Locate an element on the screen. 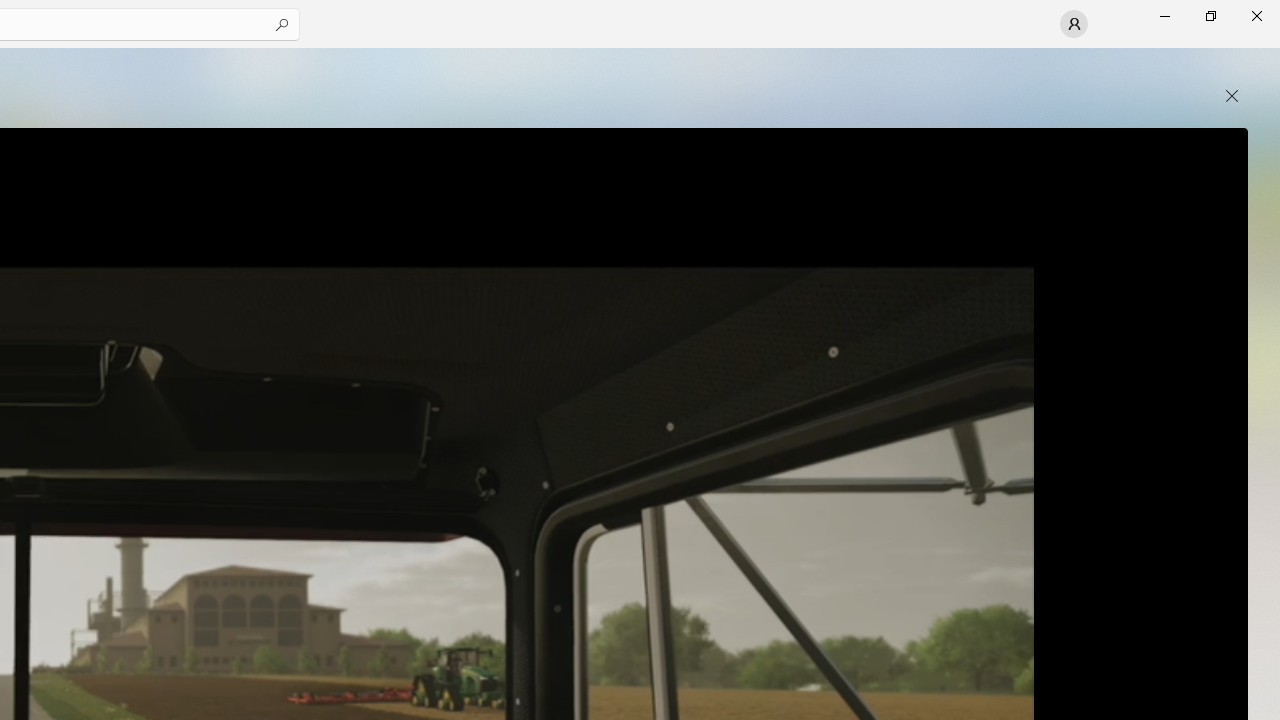 Image resolution: width=1280 pixels, height=720 pixels. 'User profile' is located at coordinates (1072, 24).